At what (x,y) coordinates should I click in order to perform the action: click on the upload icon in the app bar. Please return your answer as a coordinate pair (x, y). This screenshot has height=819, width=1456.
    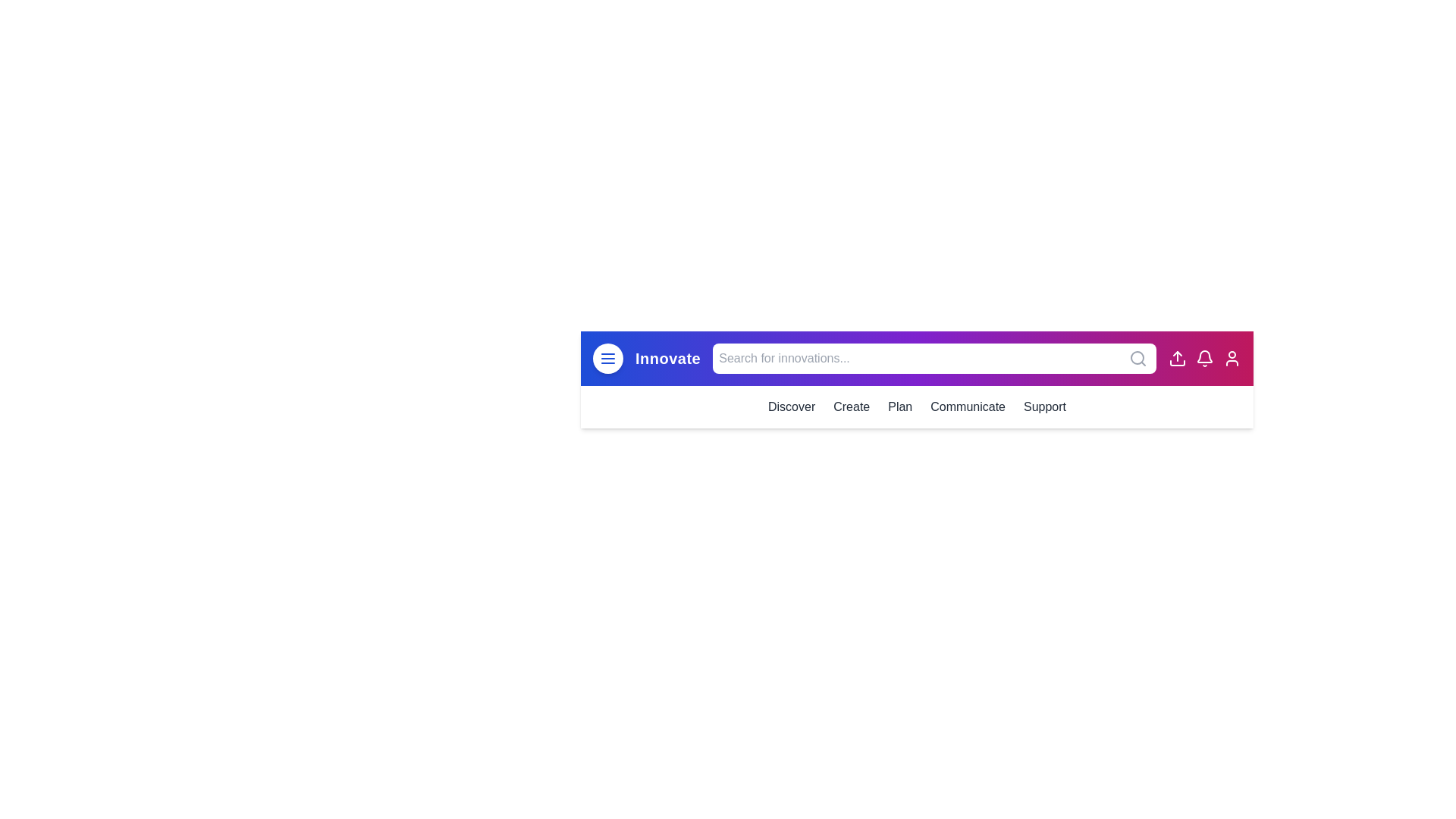
    Looking at the image, I should click on (1177, 359).